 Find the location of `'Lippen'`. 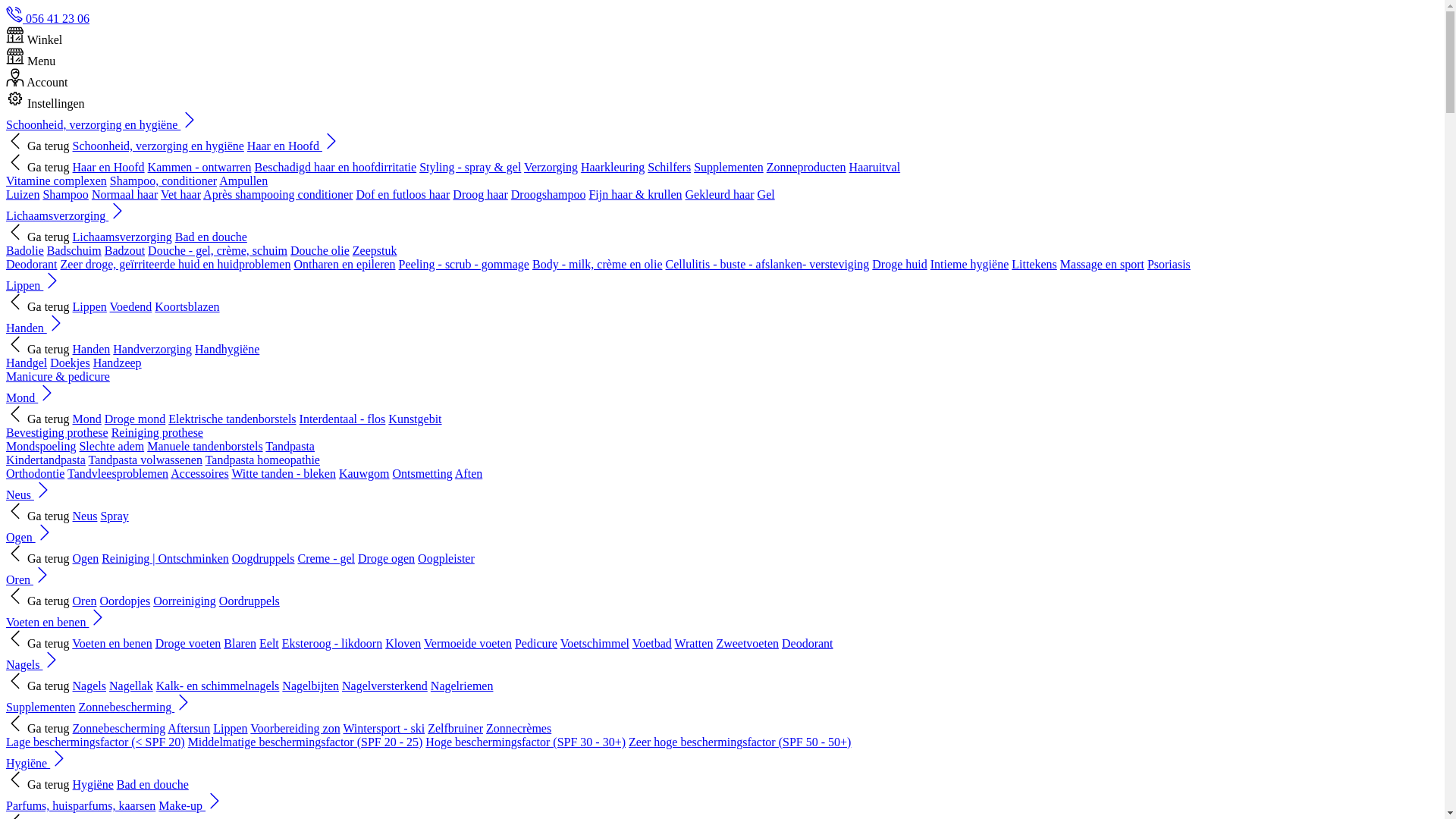

'Lippen' is located at coordinates (33, 285).